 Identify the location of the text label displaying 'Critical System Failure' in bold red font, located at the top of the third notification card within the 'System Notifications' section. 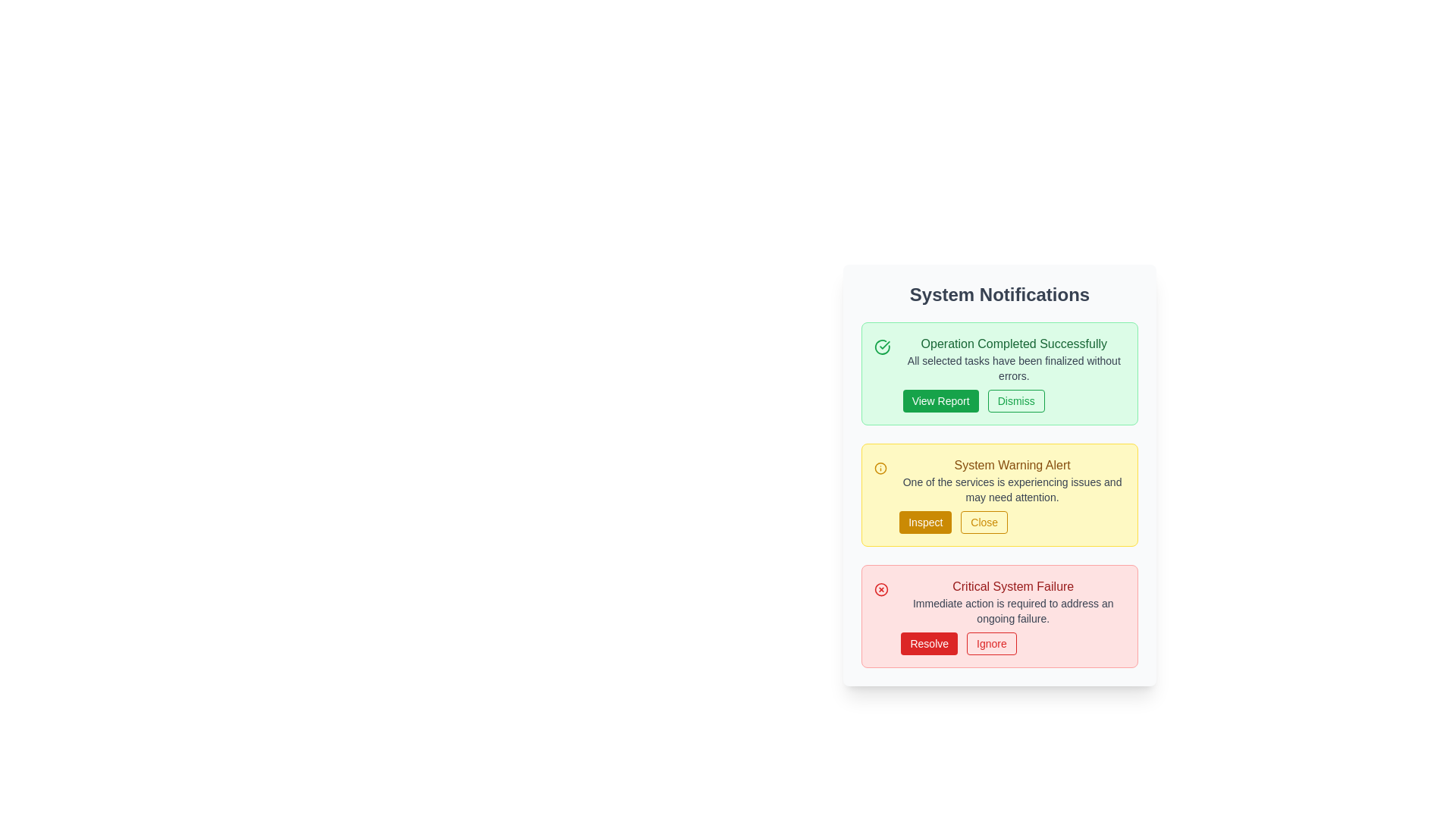
(1013, 586).